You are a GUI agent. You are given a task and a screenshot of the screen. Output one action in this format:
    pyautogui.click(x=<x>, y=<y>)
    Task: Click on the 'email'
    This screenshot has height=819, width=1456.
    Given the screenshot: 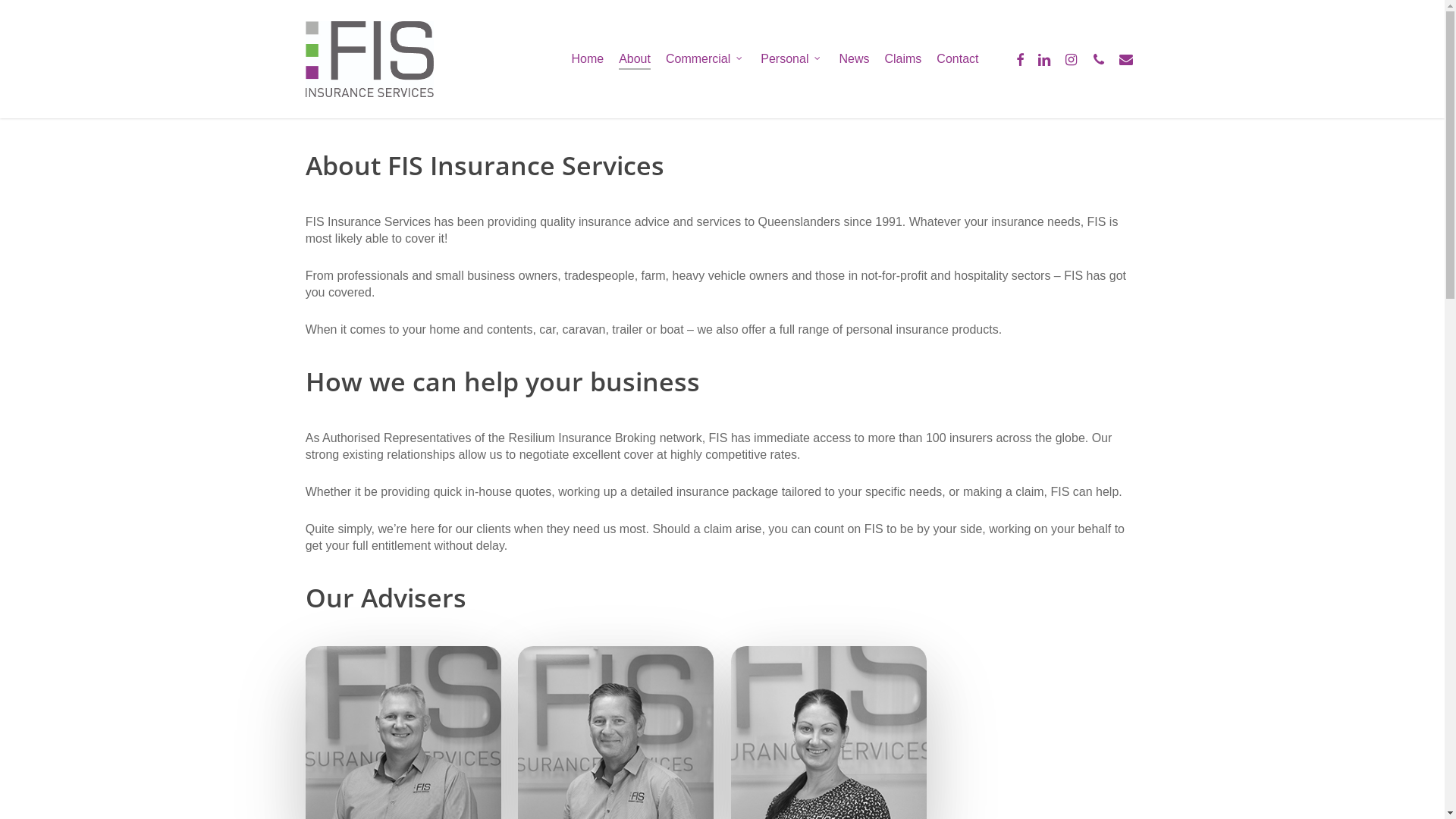 What is the action you would take?
    pyautogui.click(x=1125, y=58)
    